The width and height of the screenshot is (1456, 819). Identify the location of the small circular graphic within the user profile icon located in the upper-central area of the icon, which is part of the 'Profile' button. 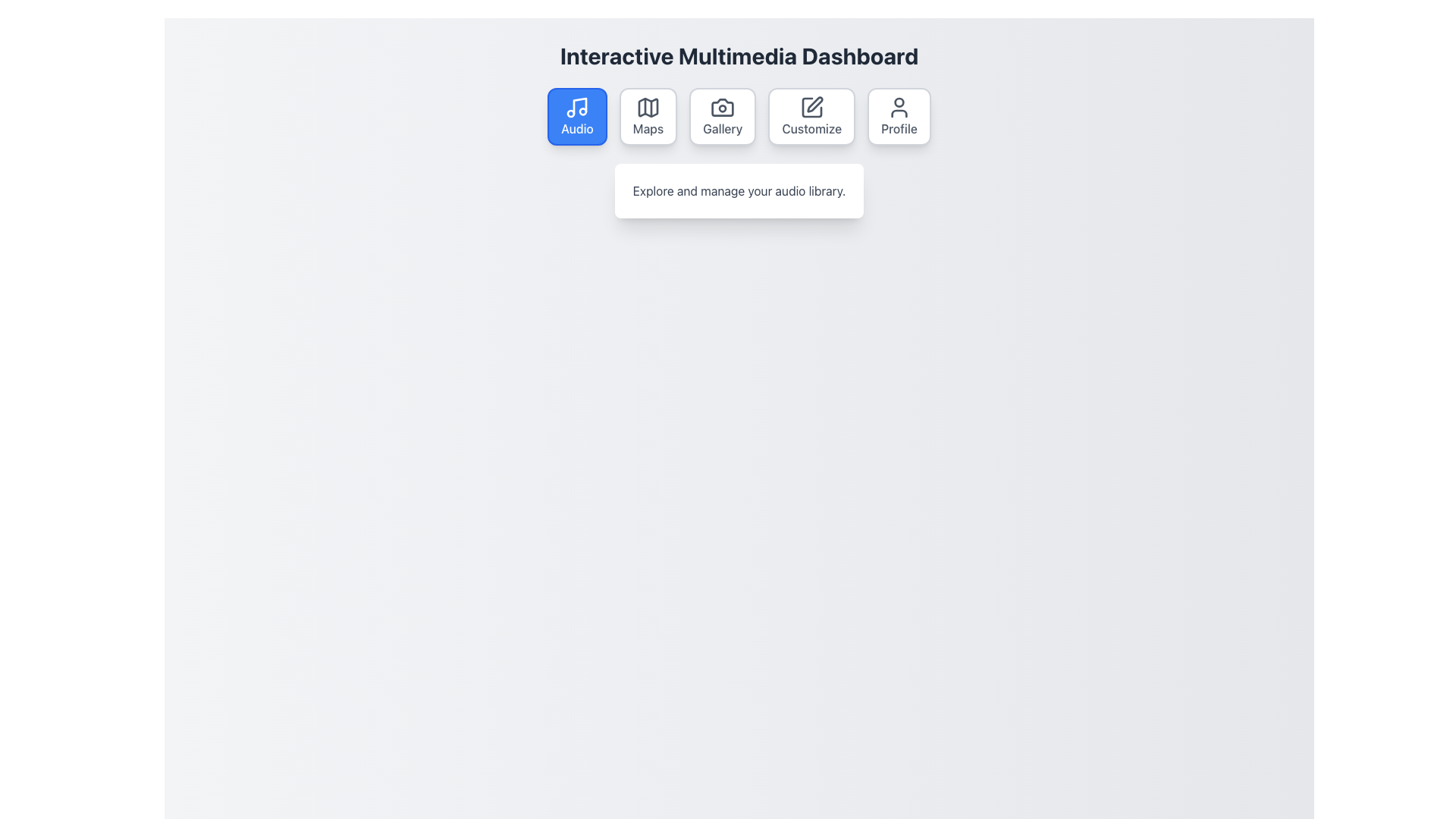
(899, 102).